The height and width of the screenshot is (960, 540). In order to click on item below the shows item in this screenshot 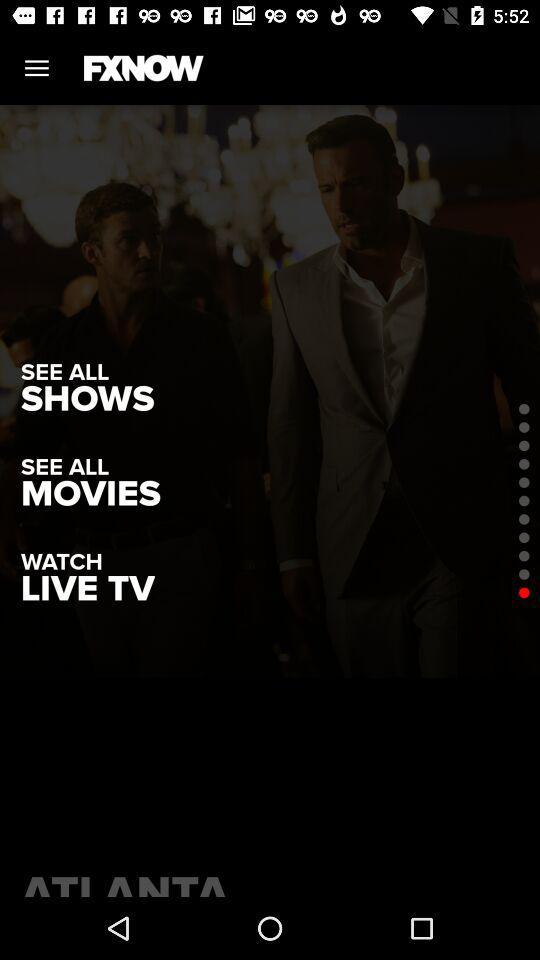, I will do `click(89, 493)`.